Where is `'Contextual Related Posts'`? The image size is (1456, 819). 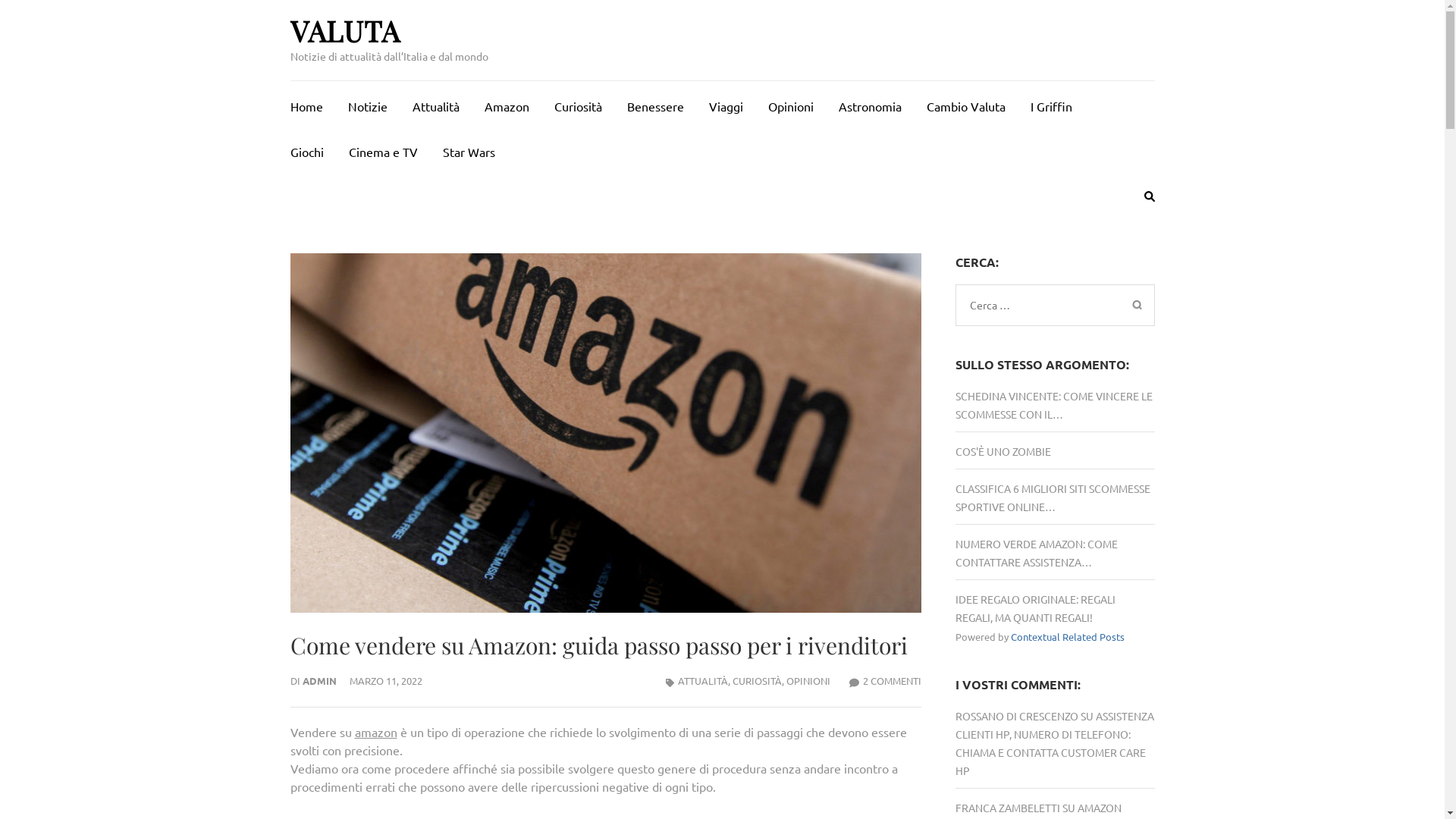
'Contextual Related Posts' is located at coordinates (1066, 636).